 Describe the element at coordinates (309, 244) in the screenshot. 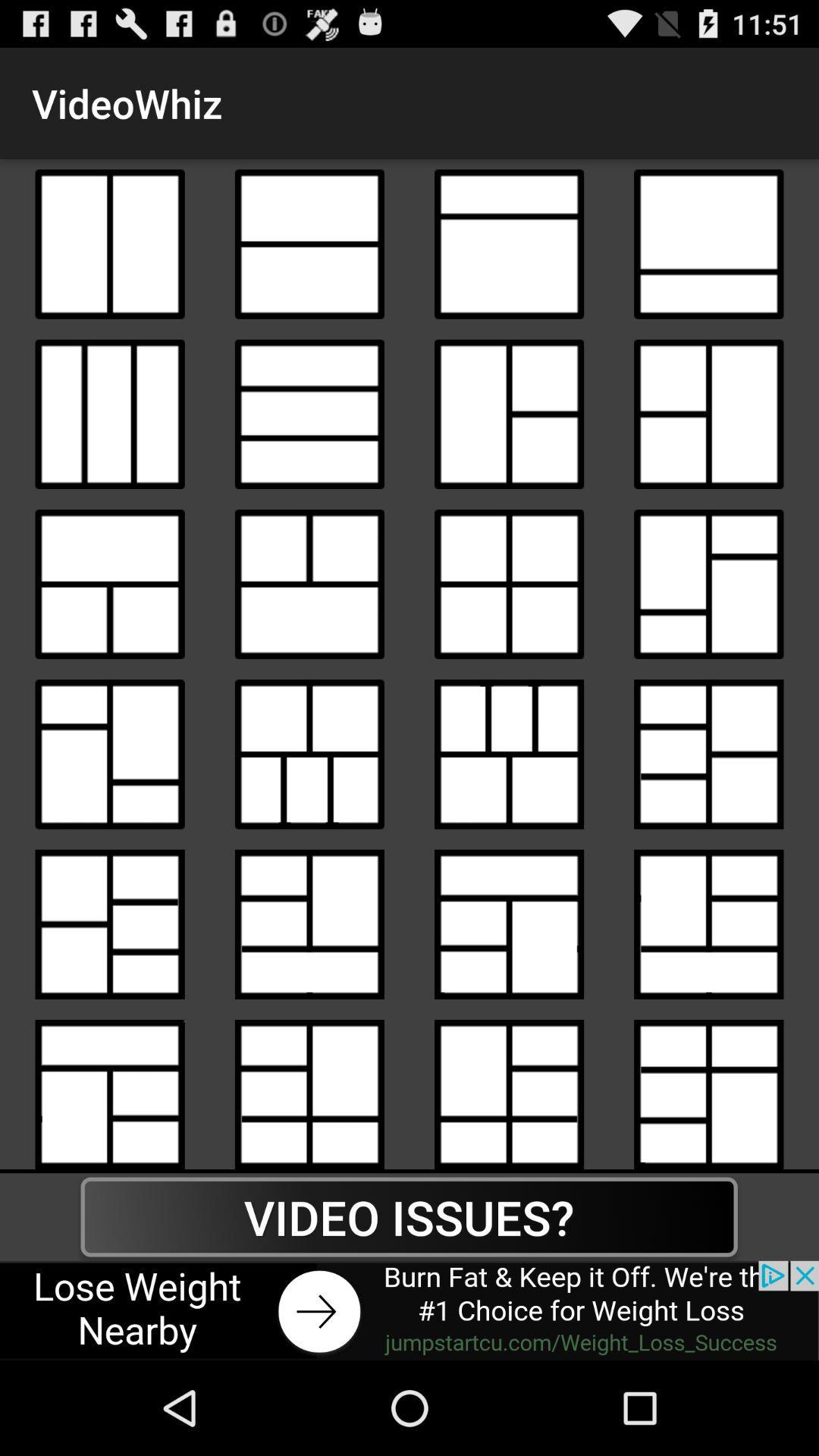

I see `video view` at that location.